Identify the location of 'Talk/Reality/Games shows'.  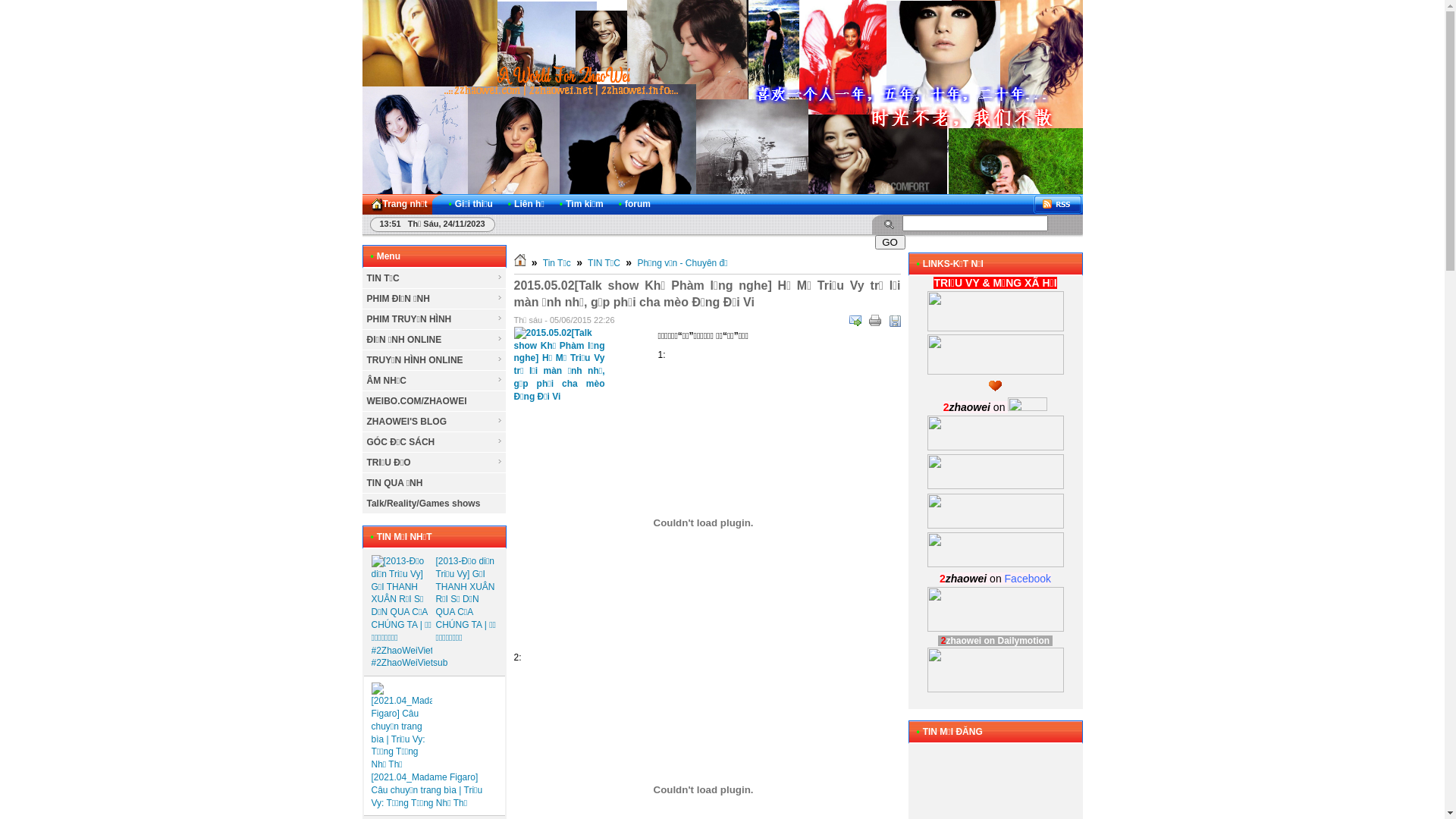
(433, 504).